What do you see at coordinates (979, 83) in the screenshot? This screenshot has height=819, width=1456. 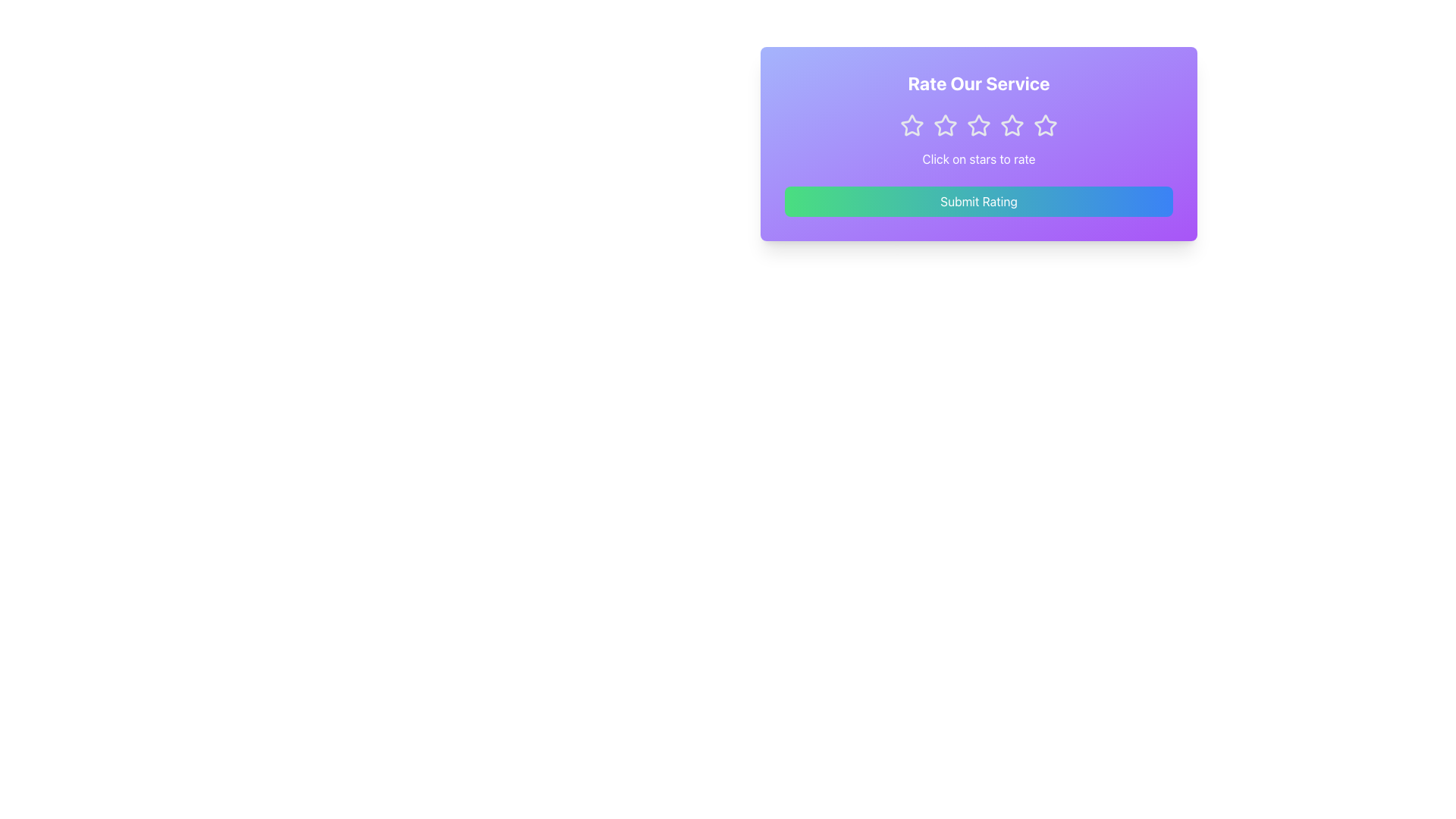 I see `text 'Rate Our Service' which is styled in bold and large font, located at the top of the gradient purple card interface` at bounding box center [979, 83].